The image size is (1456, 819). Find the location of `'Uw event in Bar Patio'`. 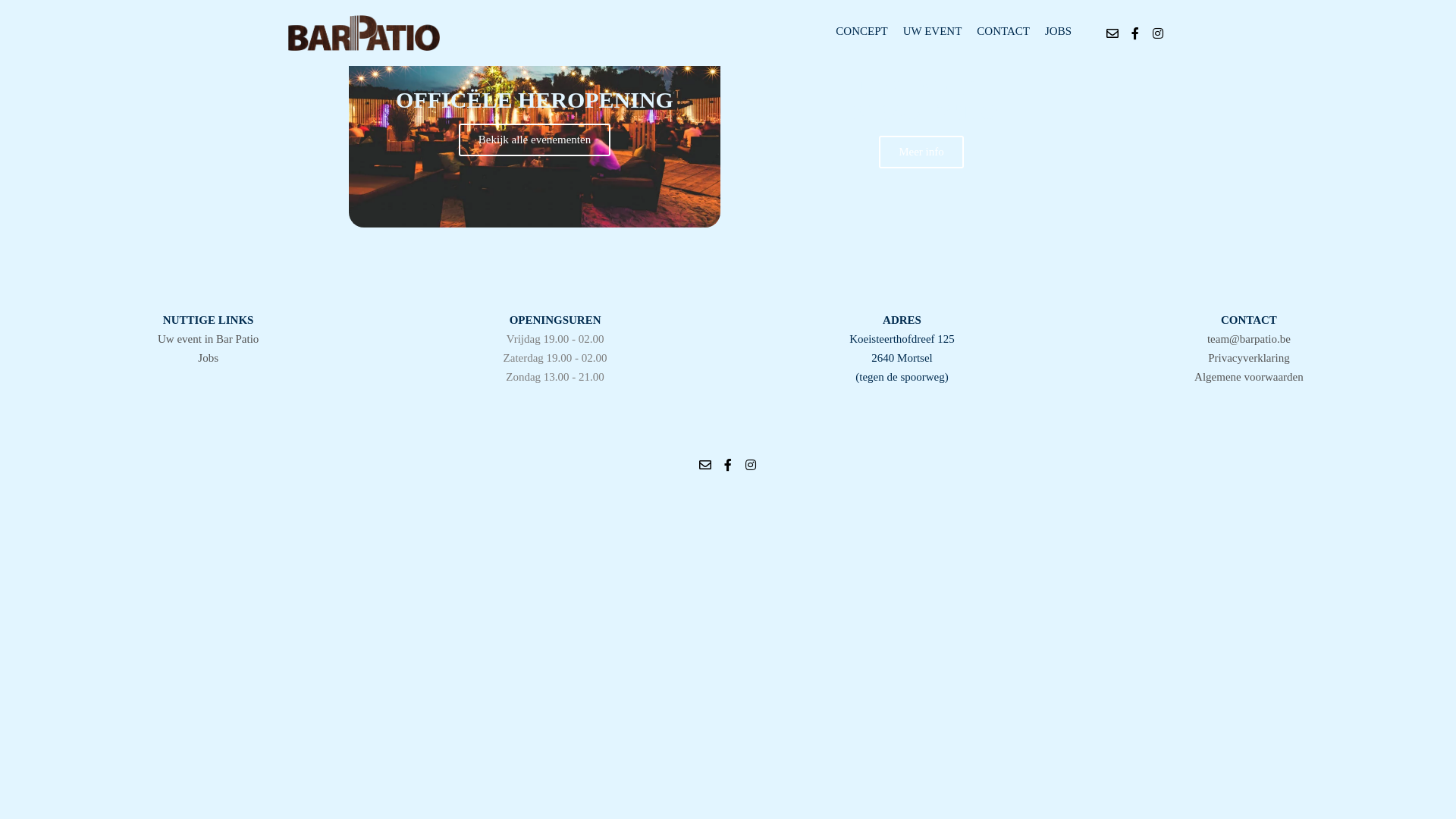

'Uw event in Bar Patio' is located at coordinates (207, 338).